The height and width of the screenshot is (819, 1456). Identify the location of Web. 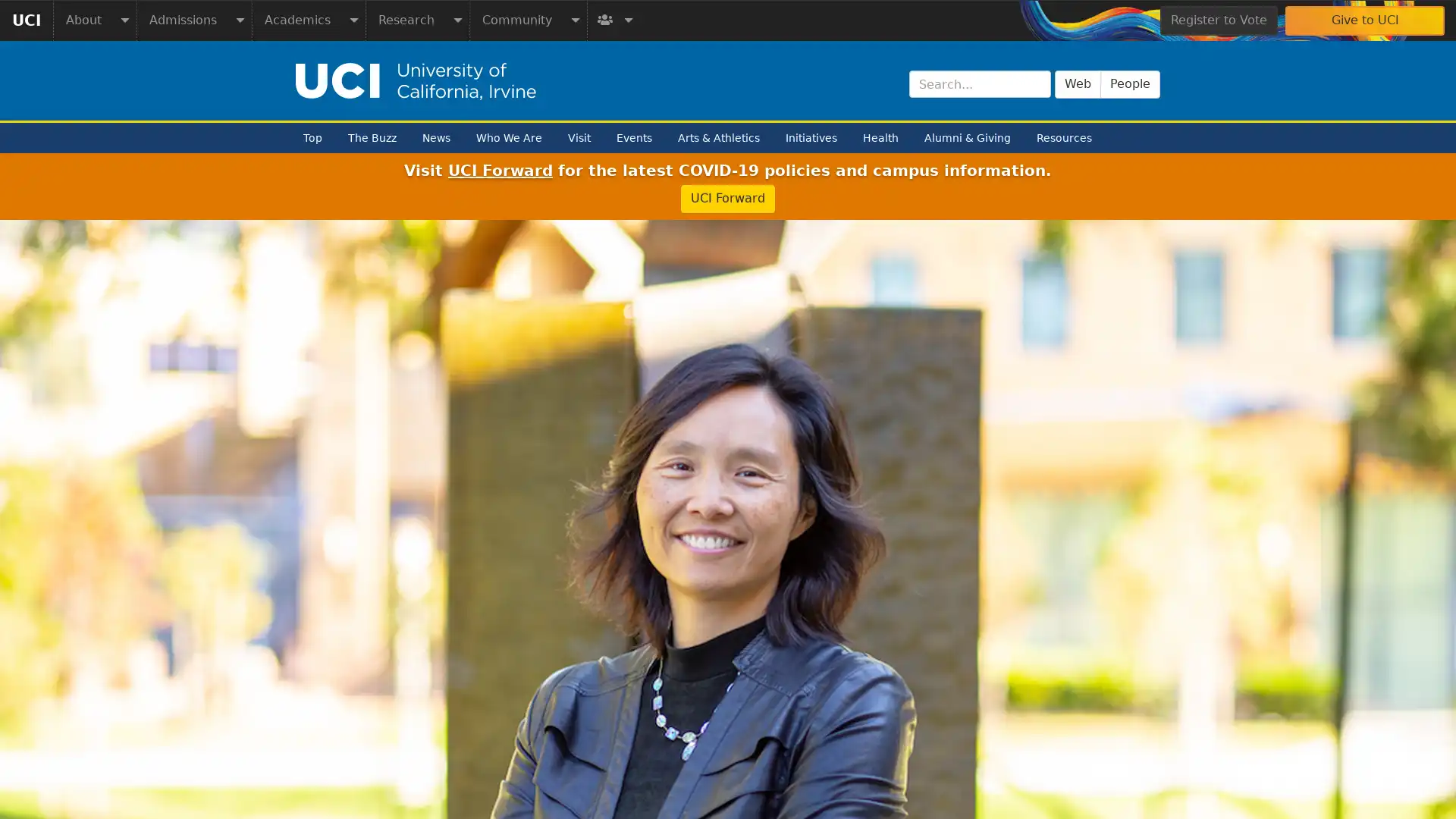
(1077, 83).